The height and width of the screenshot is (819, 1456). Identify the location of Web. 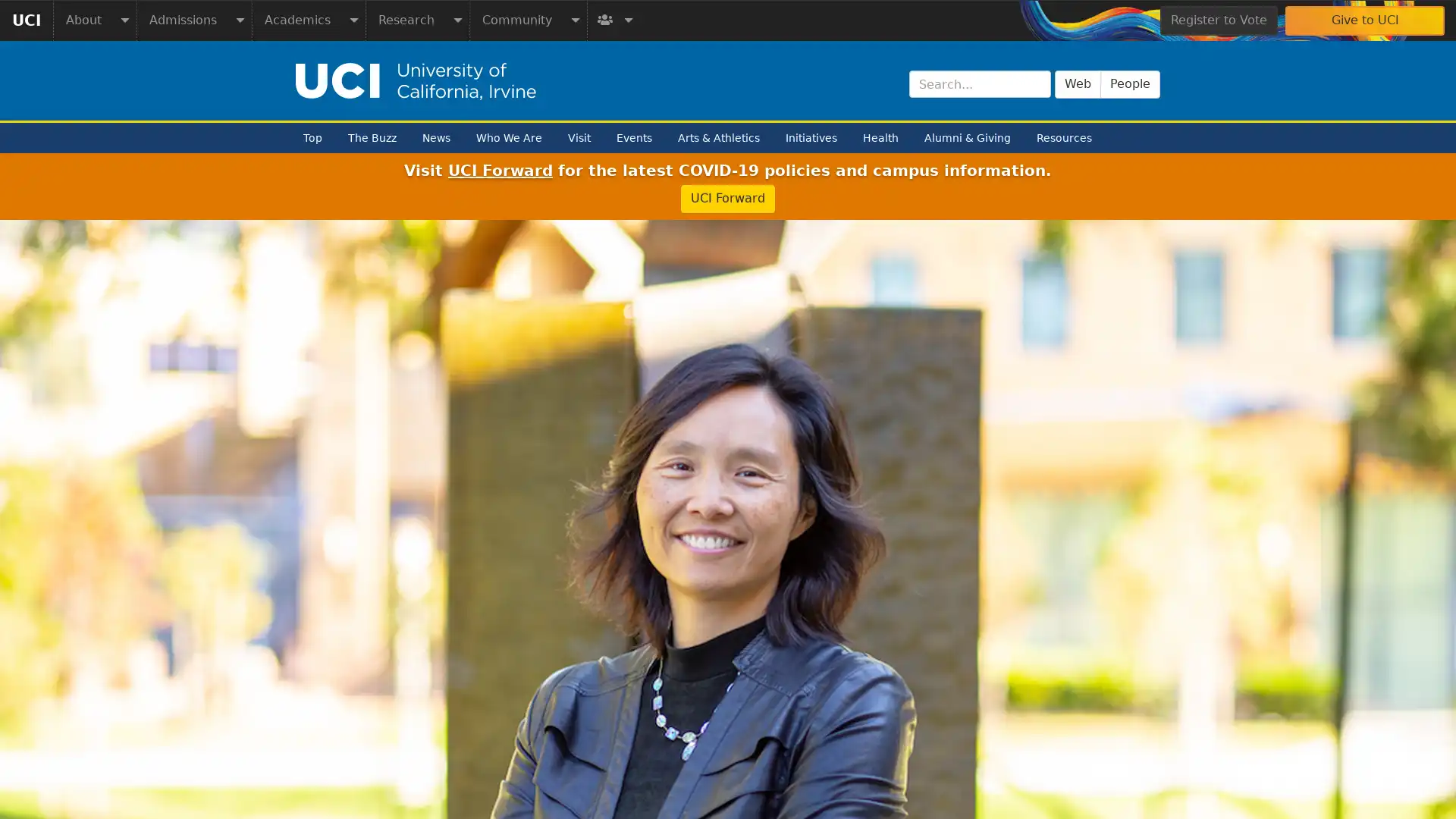
(1077, 83).